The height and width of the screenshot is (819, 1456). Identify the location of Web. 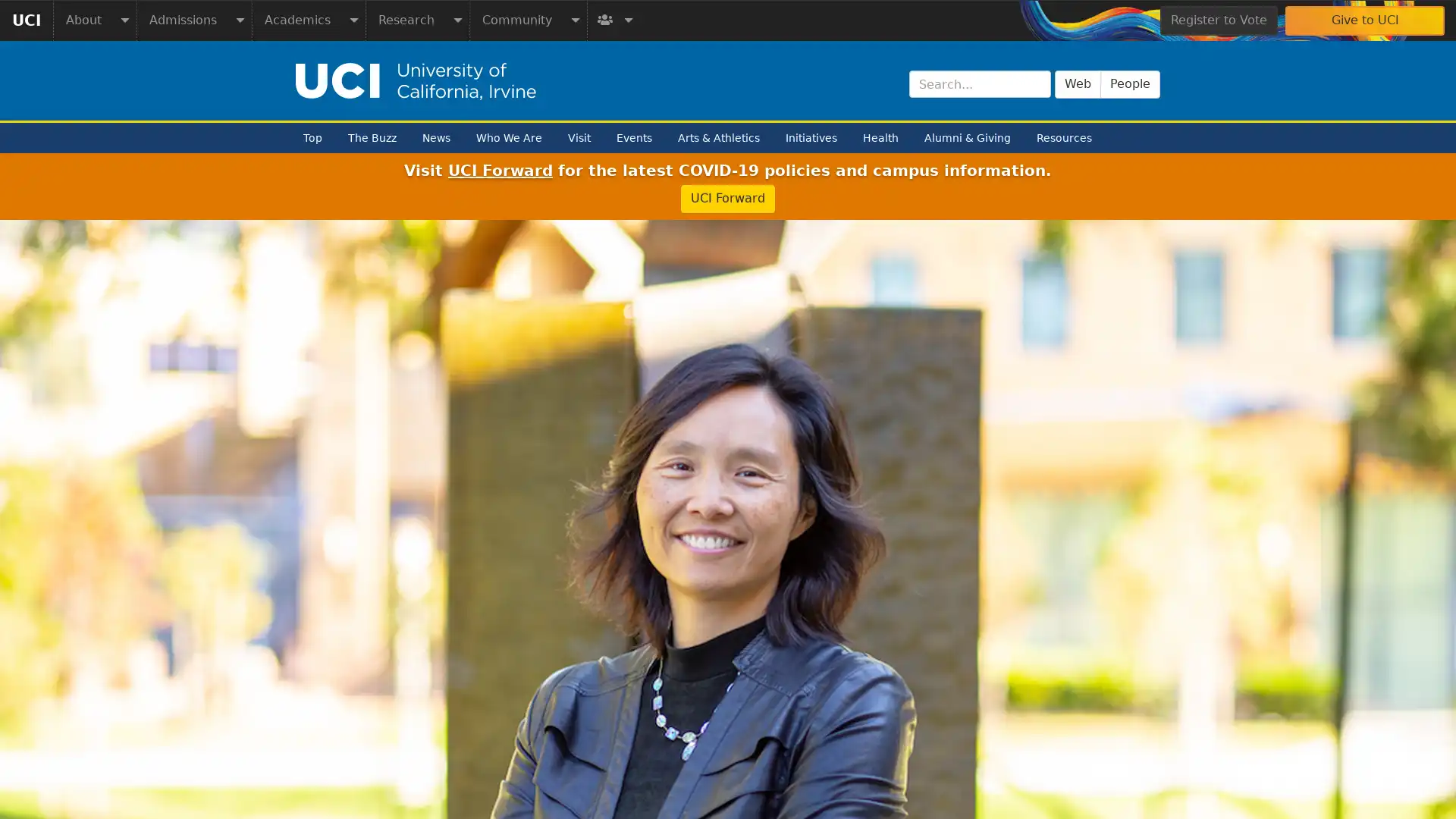
(1077, 83).